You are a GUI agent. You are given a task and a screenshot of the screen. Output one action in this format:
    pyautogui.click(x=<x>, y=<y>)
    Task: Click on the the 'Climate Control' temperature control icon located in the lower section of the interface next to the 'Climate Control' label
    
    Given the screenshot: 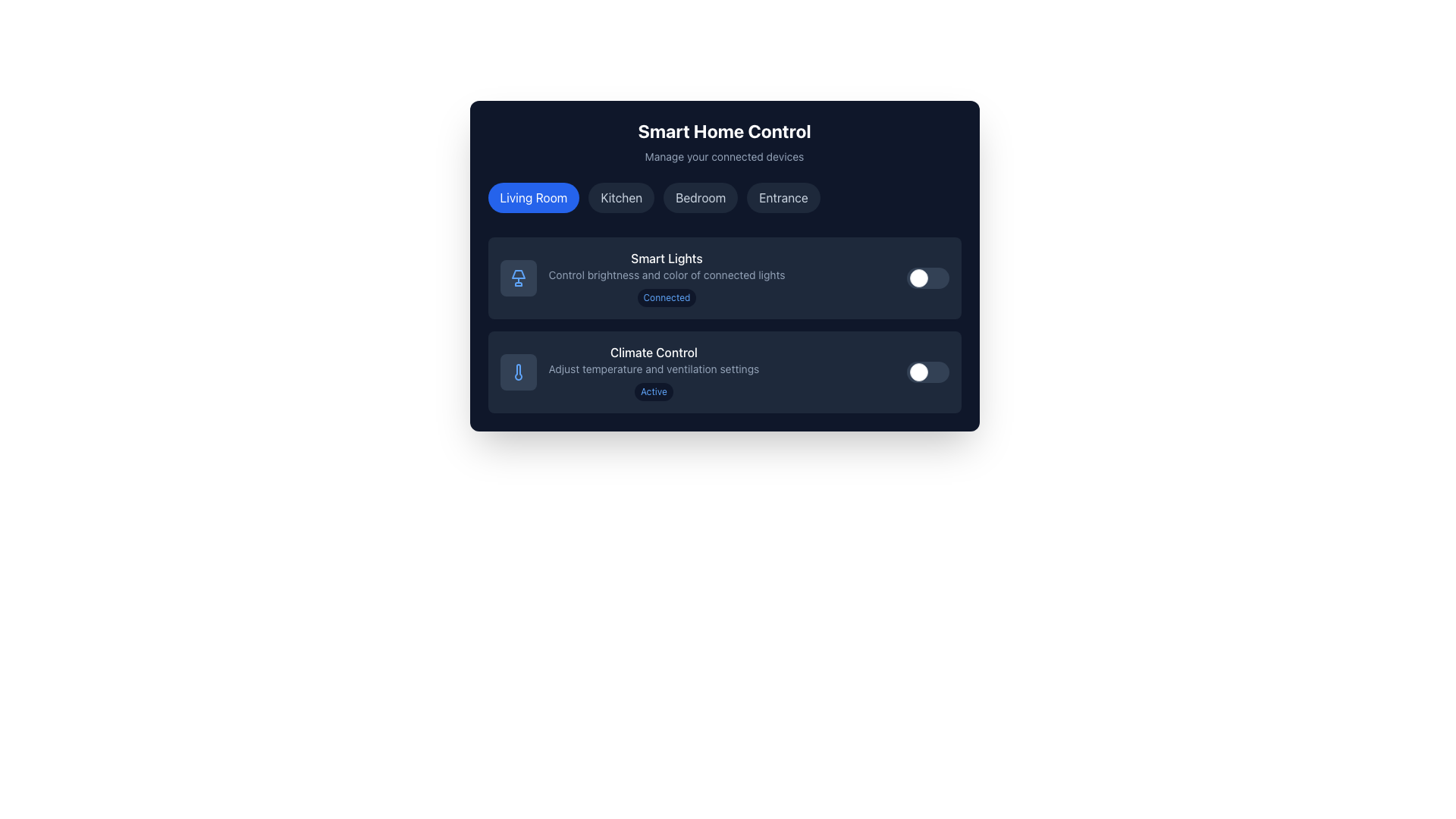 What is the action you would take?
    pyautogui.click(x=518, y=372)
    